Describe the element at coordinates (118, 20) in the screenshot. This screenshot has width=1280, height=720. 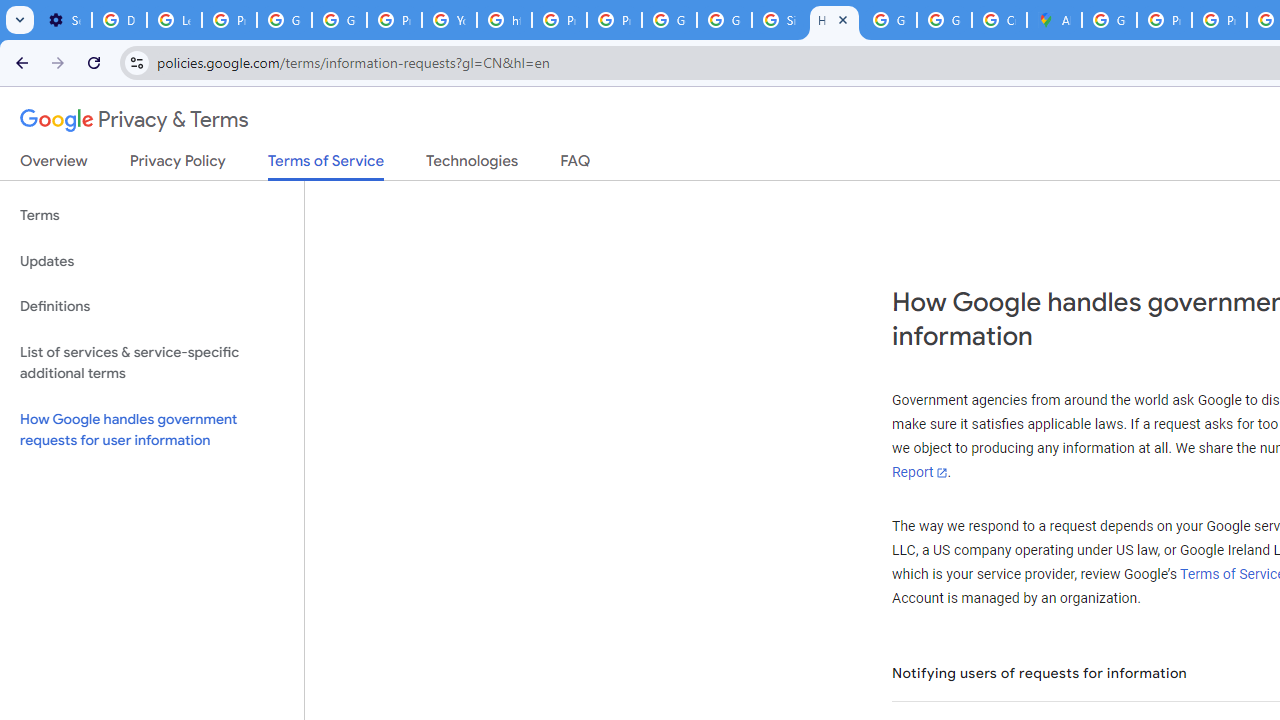
I see `'Delete photos & videos - Computer - Google Photos Help'` at that location.